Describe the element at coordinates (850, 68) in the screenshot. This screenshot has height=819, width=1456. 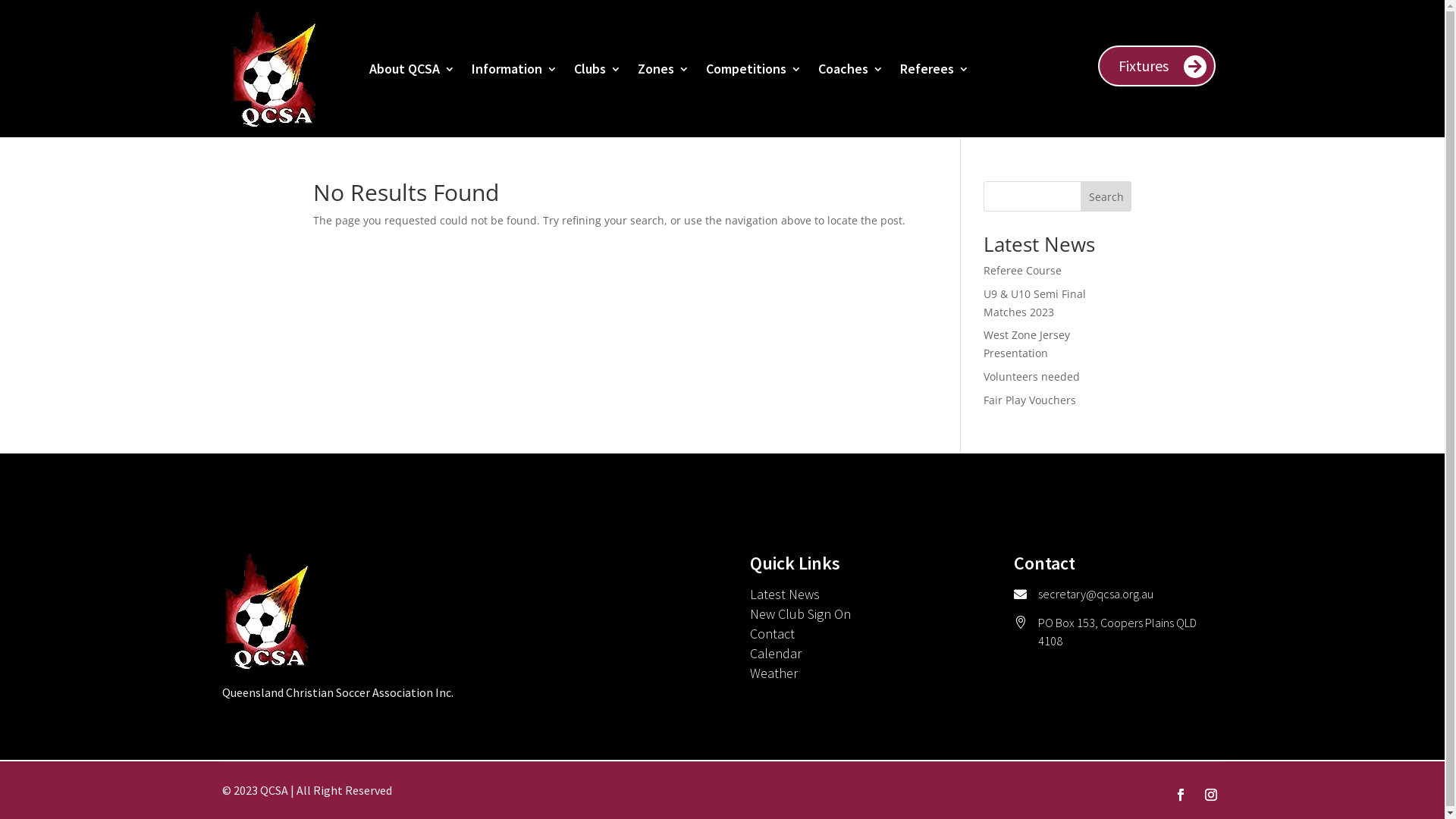
I see `'Coaches'` at that location.